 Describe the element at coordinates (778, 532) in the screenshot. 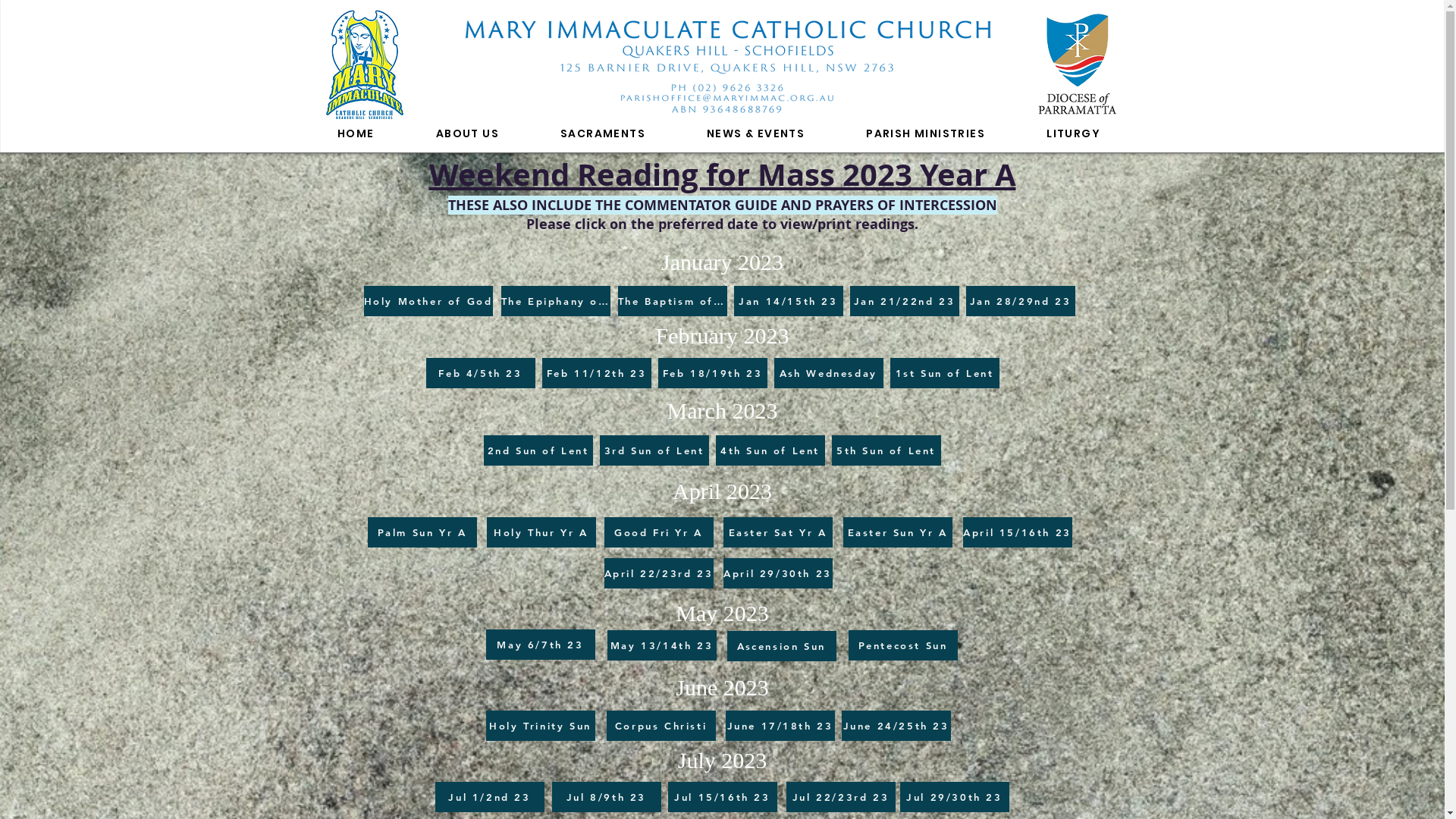

I see `'Easter Sat Yr A'` at that location.